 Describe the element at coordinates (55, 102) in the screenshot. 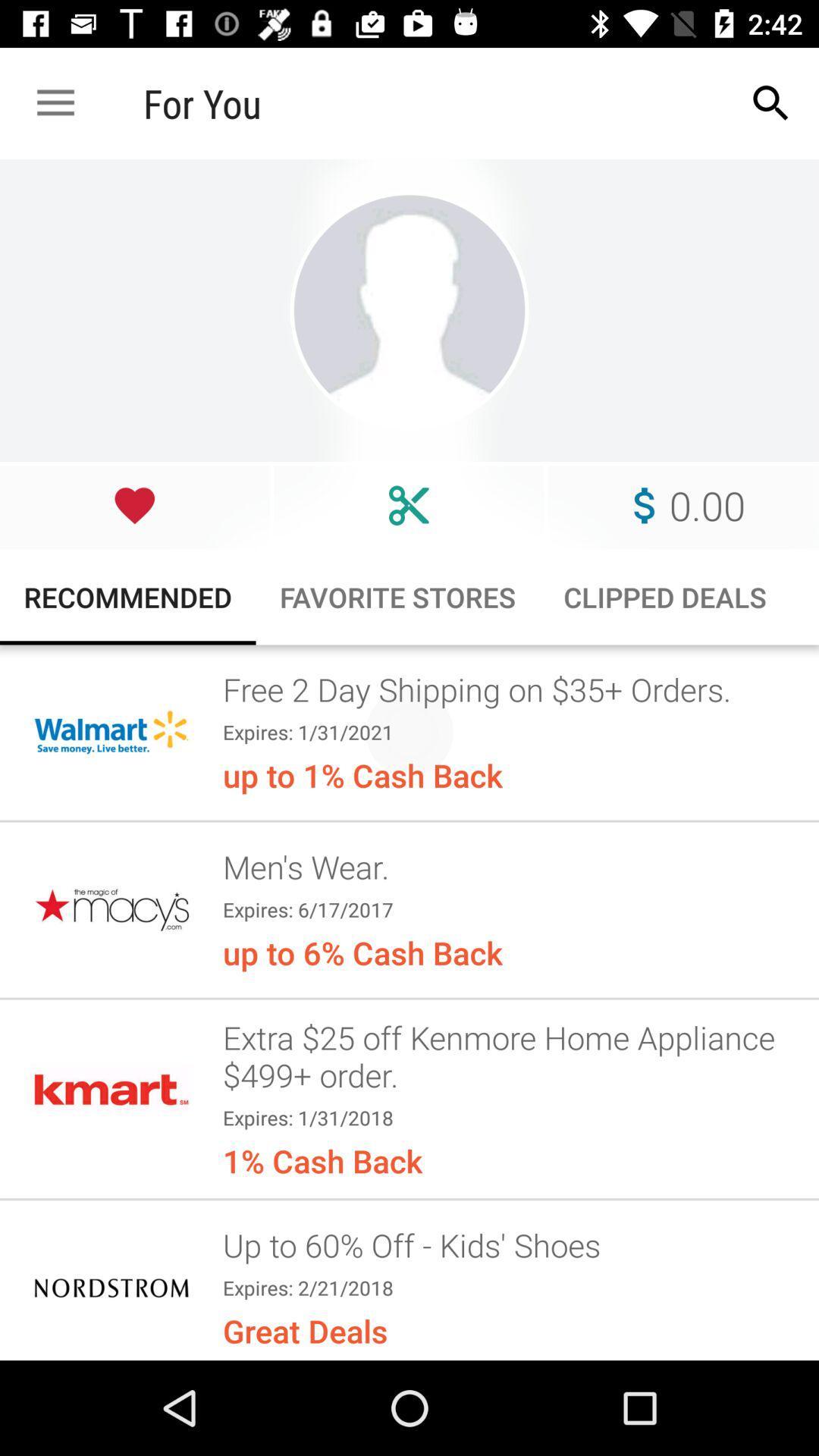

I see `the item to the left of for you` at that location.